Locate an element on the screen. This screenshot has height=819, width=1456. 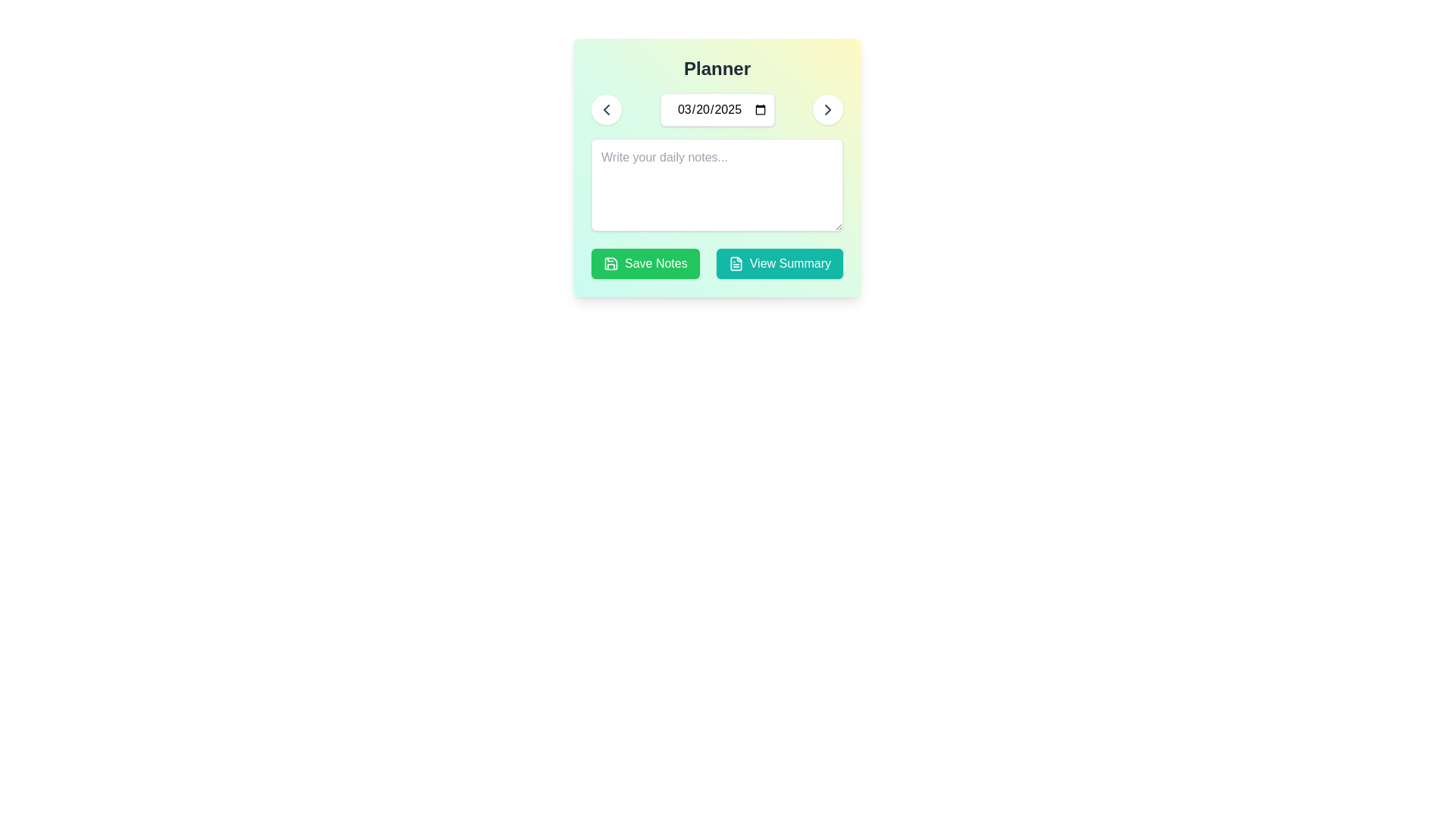
the leftmost button designed to save notes in the card interface to observe potential hover effects is located at coordinates (645, 262).